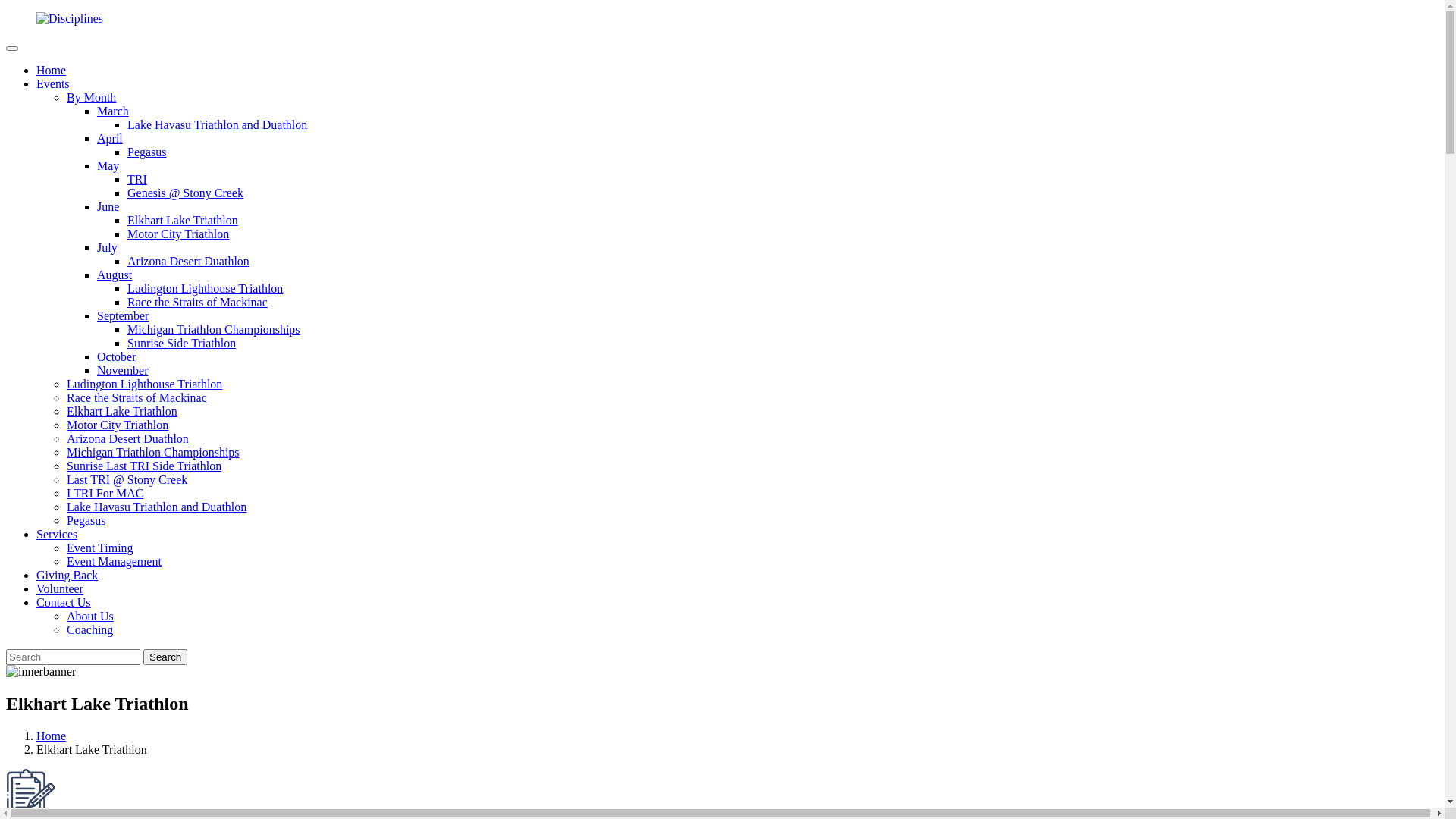 Image resolution: width=1456 pixels, height=819 pixels. I want to click on 'Contact Us', so click(62, 601).